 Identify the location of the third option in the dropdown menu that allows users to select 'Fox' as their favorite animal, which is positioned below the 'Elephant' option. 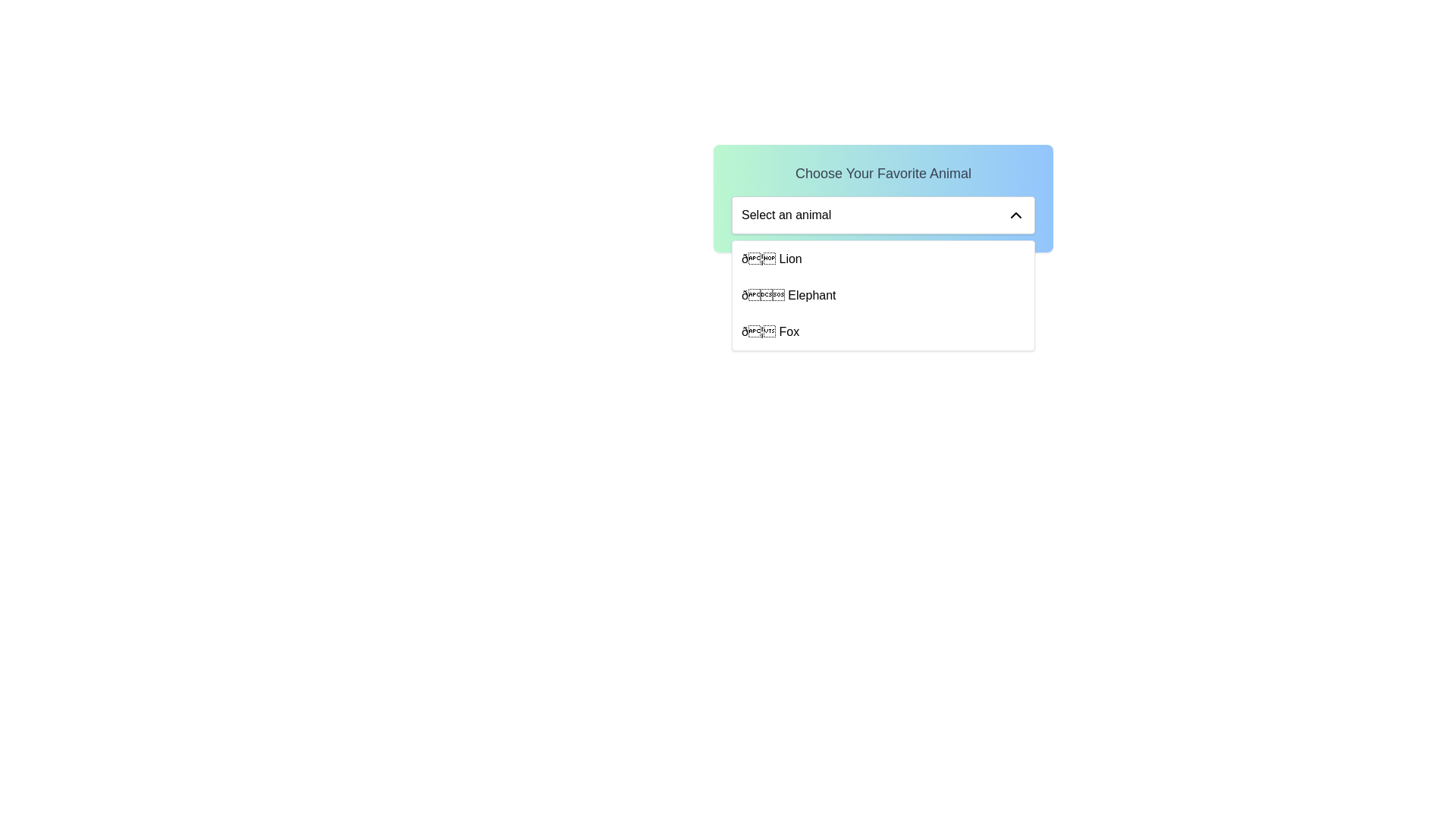
(883, 331).